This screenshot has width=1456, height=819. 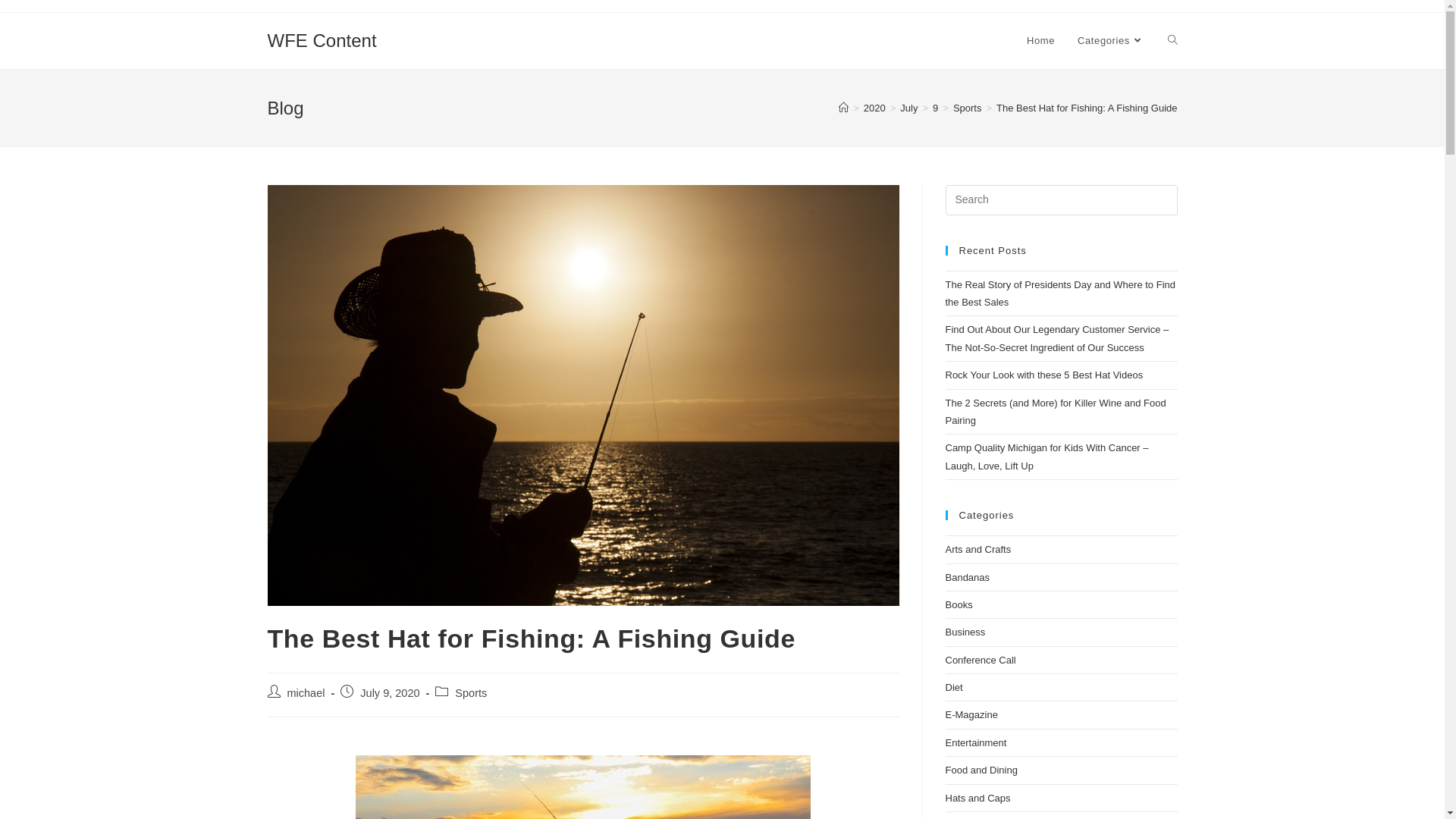 What do you see at coordinates (957, 604) in the screenshot?
I see `'Books'` at bounding box center [957, 604].